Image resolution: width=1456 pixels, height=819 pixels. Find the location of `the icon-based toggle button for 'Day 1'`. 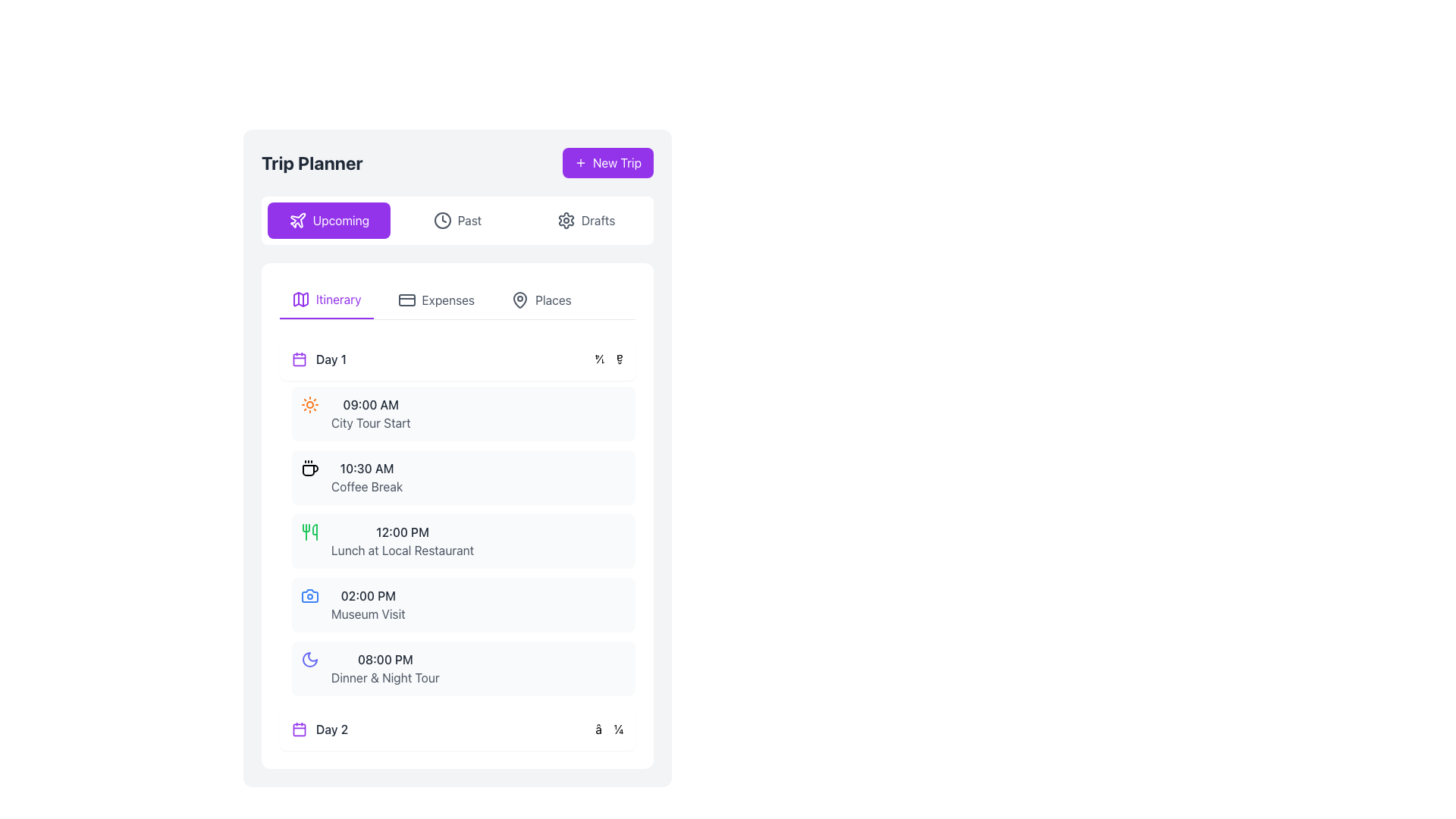

the icon-based toggle button for 'Day 1' is located at coordinates (609, 359).